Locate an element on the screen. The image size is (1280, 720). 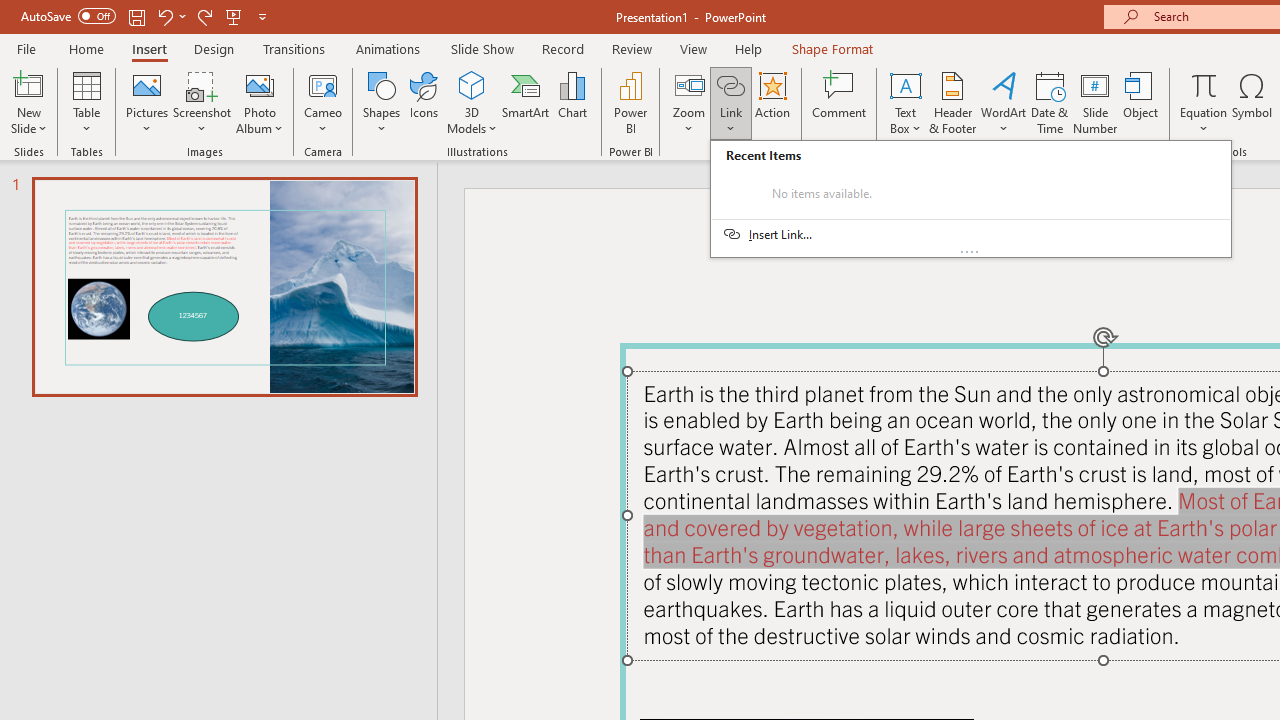
'Symbol...' is located at coordinates (1251, 103).